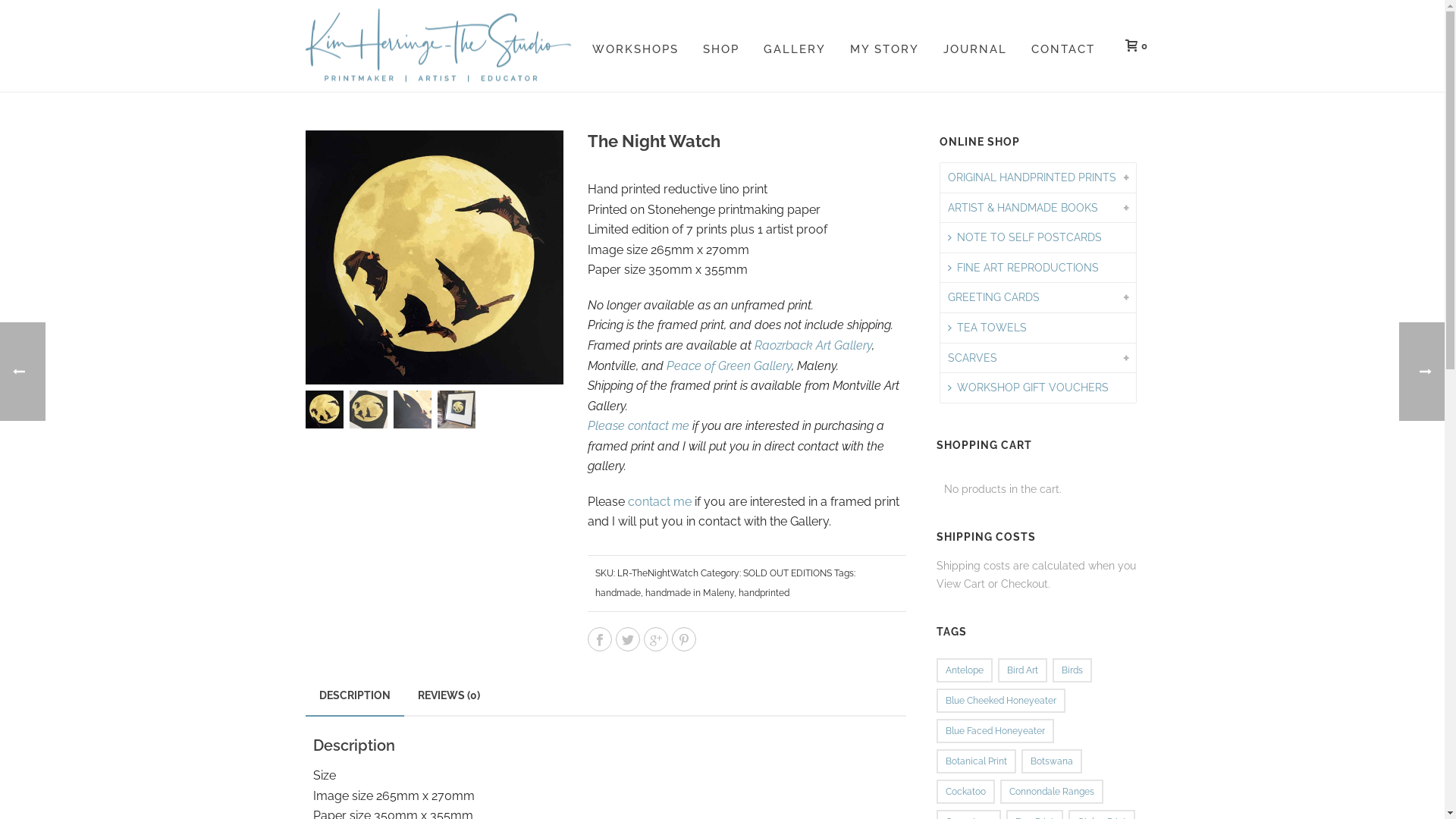 Image resolution: width=1456 pixels, height=819 pixels. I want to click on 'SOLD OUT EDITIONS', so click(742, 573).